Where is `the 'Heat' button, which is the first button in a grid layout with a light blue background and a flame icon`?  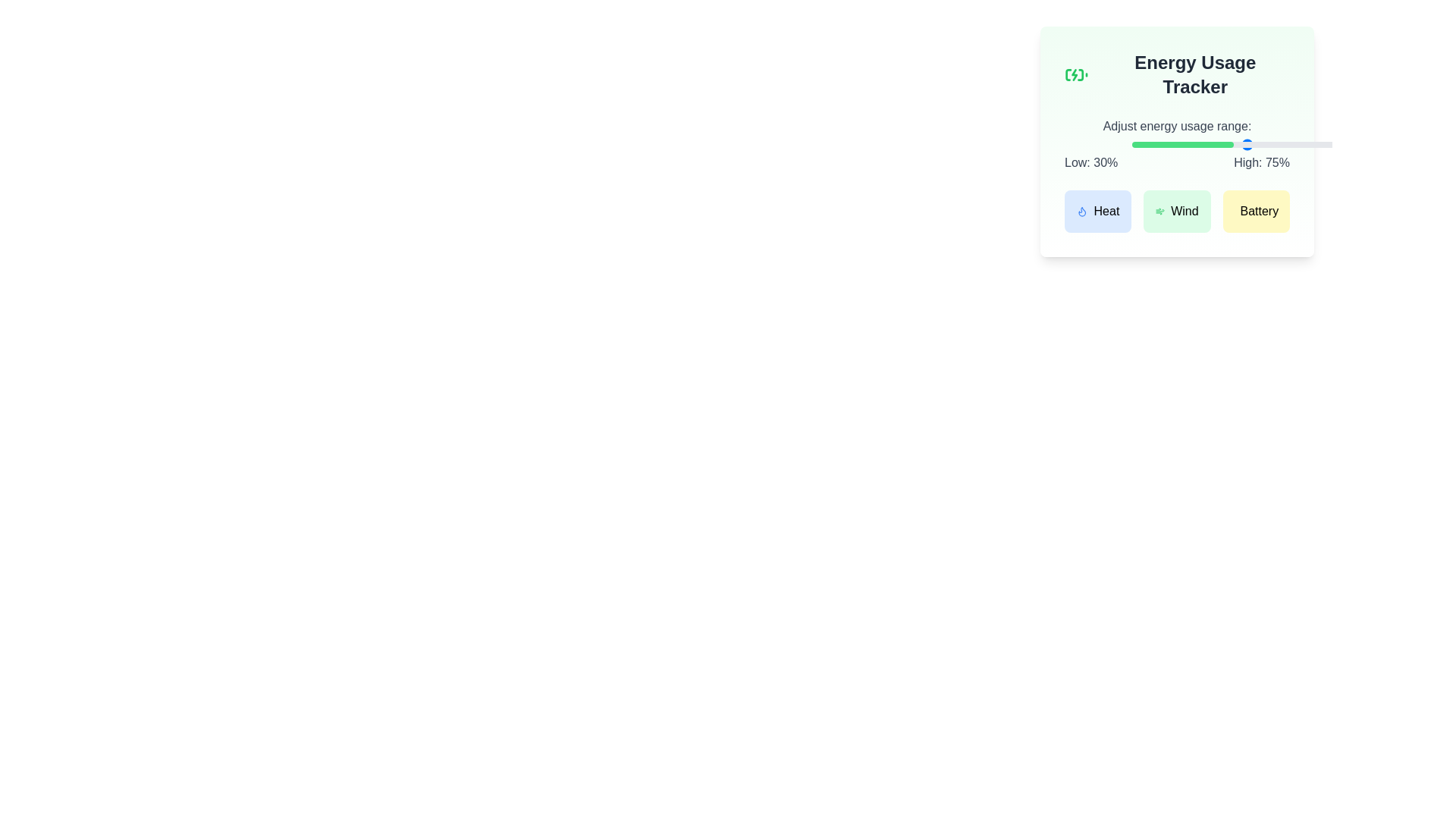
the 'Heat' button, which is the first button in a grid layout with a light blue background and a flame icon is located at coordinates (1098, 211).